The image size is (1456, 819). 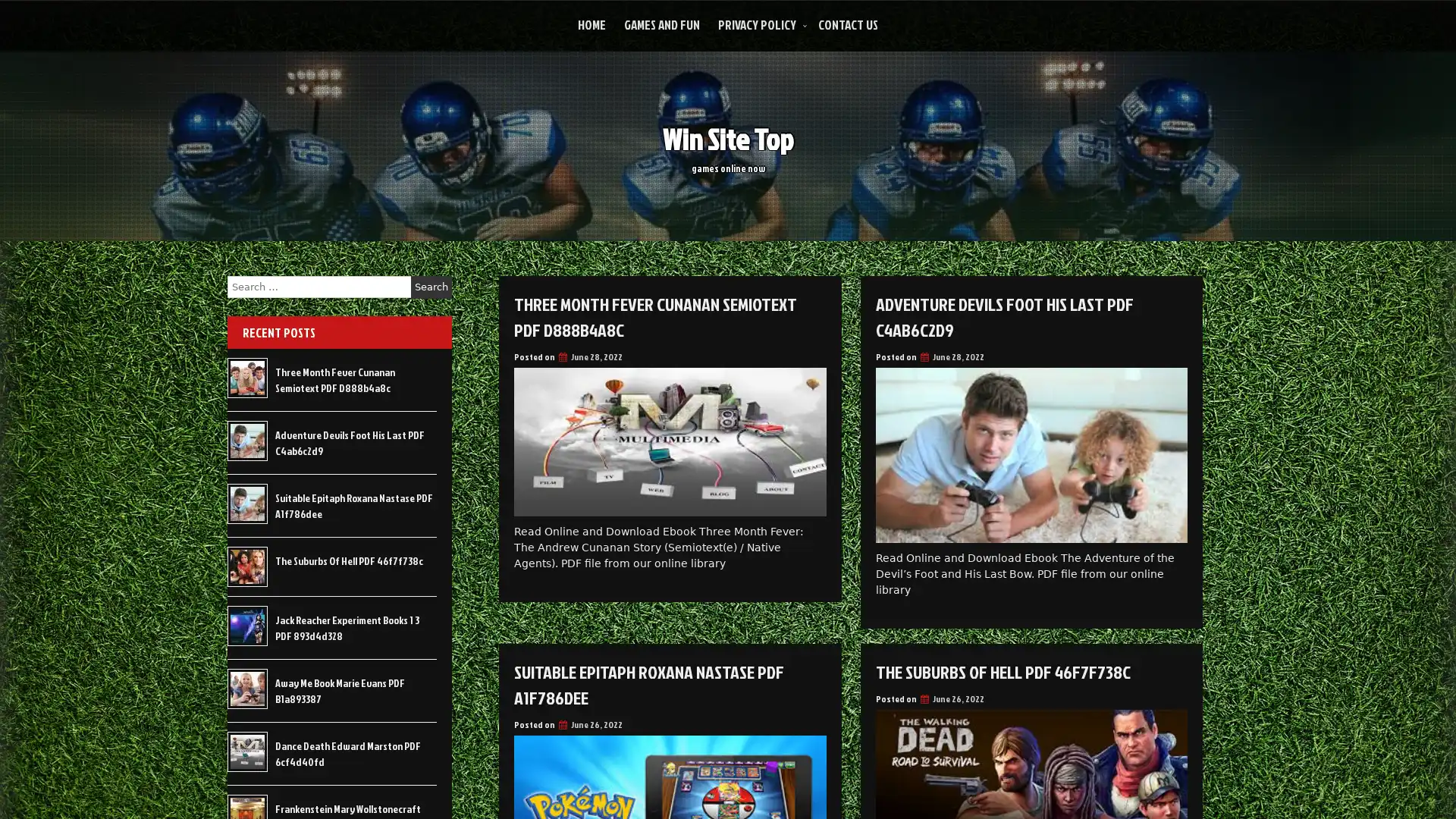 I want to click on Search, so click(x=431, y=287).